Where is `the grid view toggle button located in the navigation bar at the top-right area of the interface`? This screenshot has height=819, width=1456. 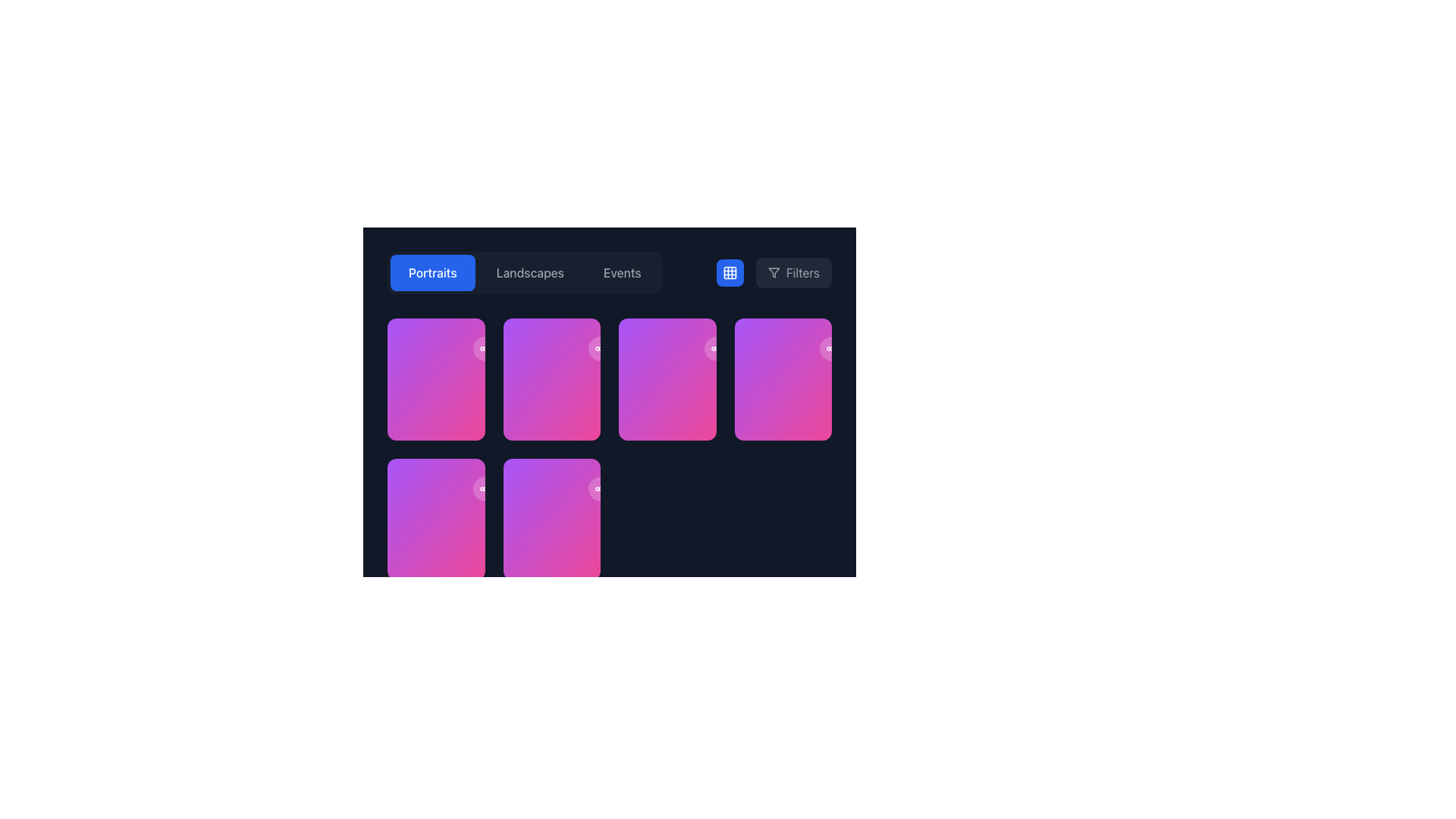 the grid view toggle button located in the navigation bar at the top-right area of the interface is located at coordinates (730, 271).